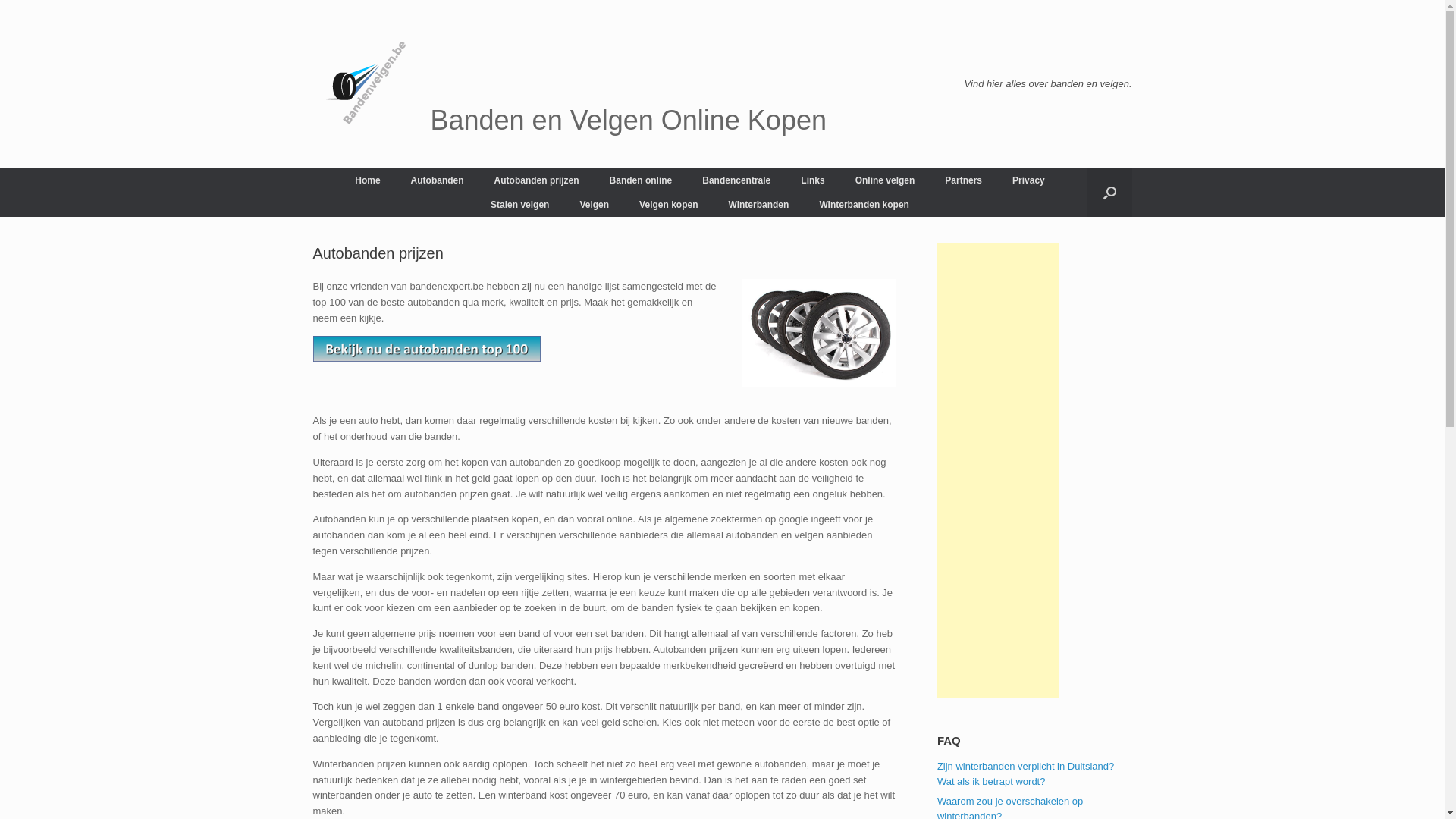 Image resolution: width=1456 pixels, height=819 pixels. I want to click on 'Velgen', so click(593, 205).